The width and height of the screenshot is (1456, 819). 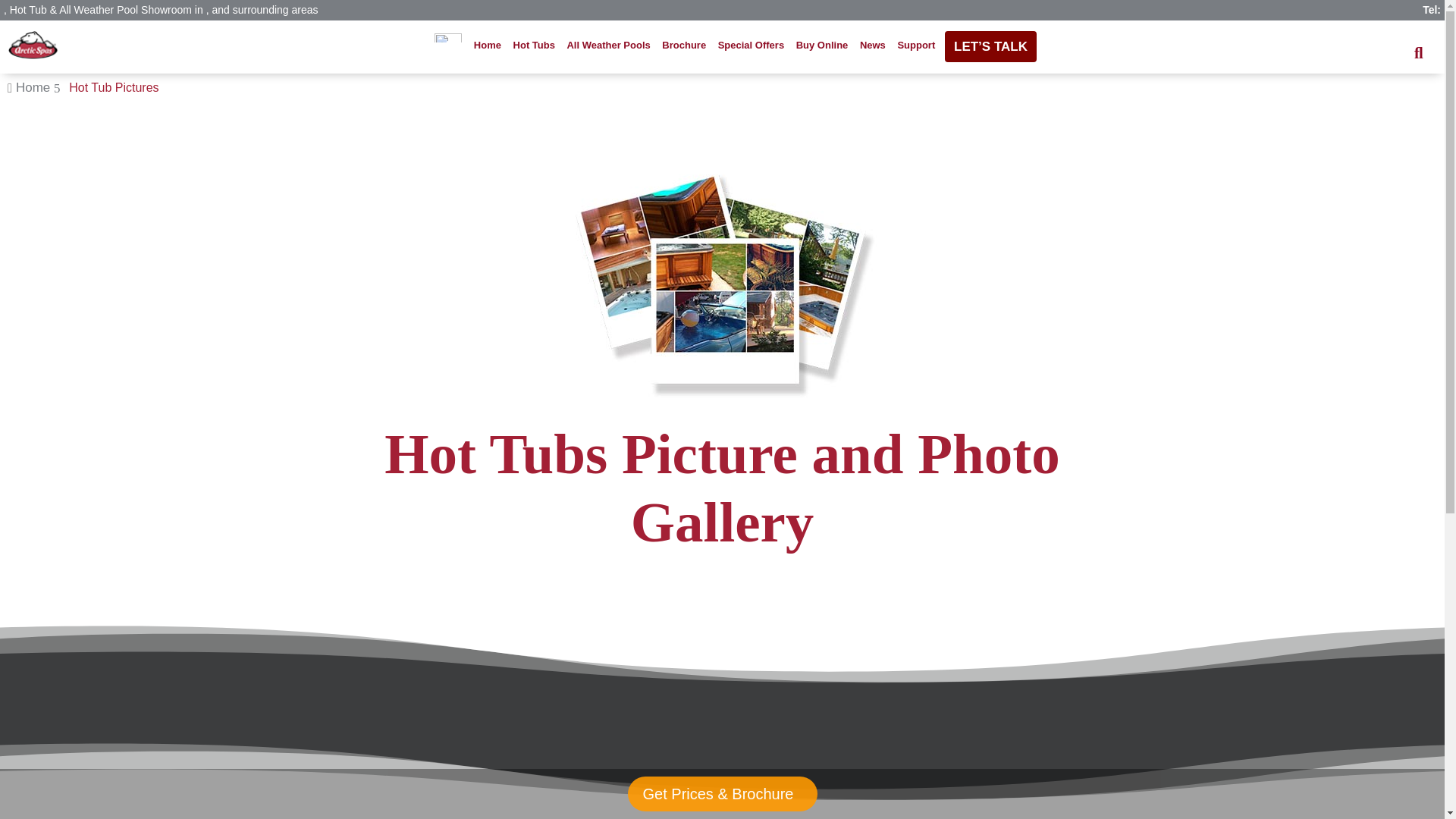 What do you see at coordinates (429, 44) in the screenshot?
I see `'Choose Your Location'` at bounding box center [429, 44].